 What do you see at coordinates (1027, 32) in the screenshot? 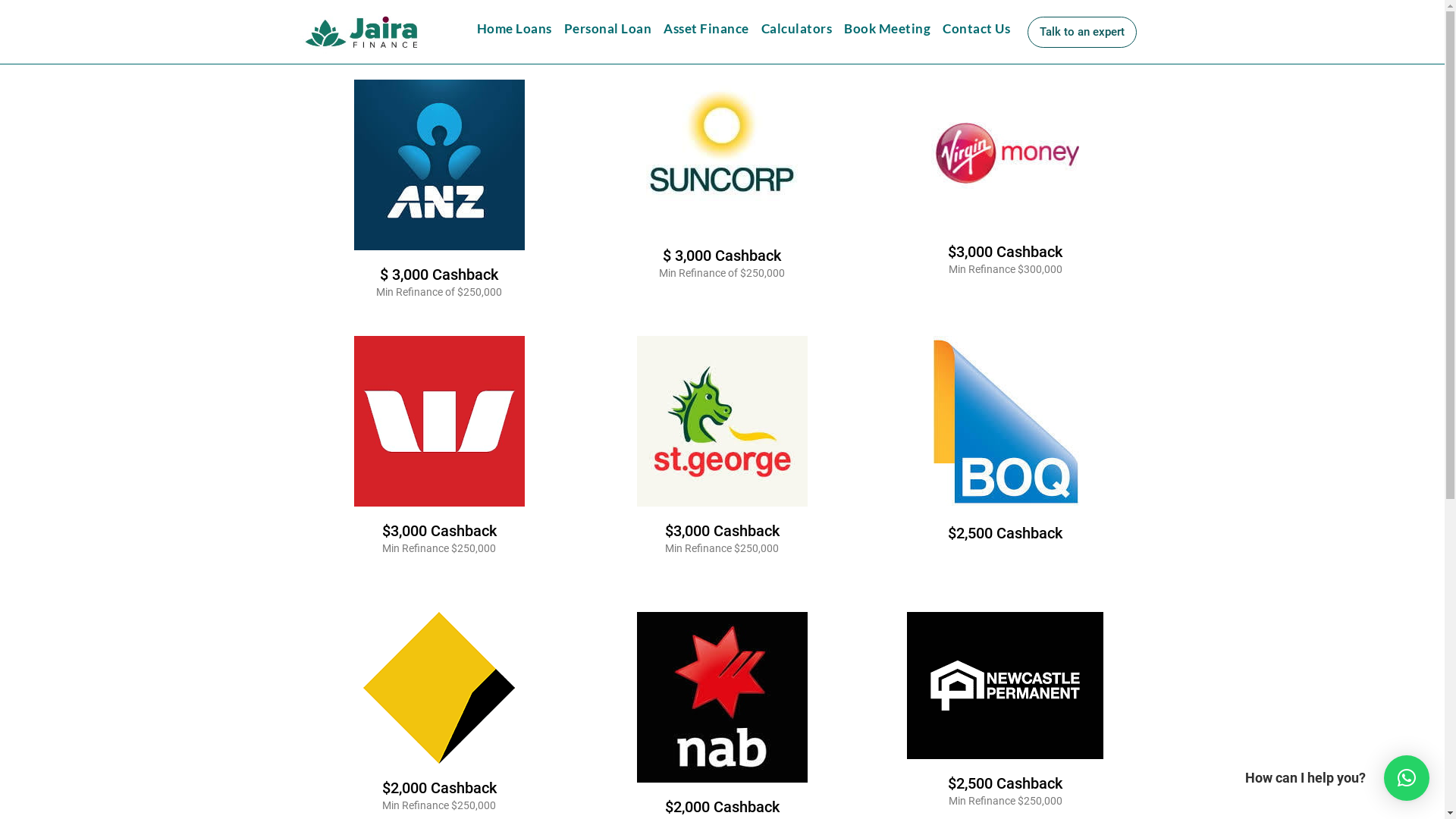
I see `'Talk to an expert'` at bounding box center [1027, 32].